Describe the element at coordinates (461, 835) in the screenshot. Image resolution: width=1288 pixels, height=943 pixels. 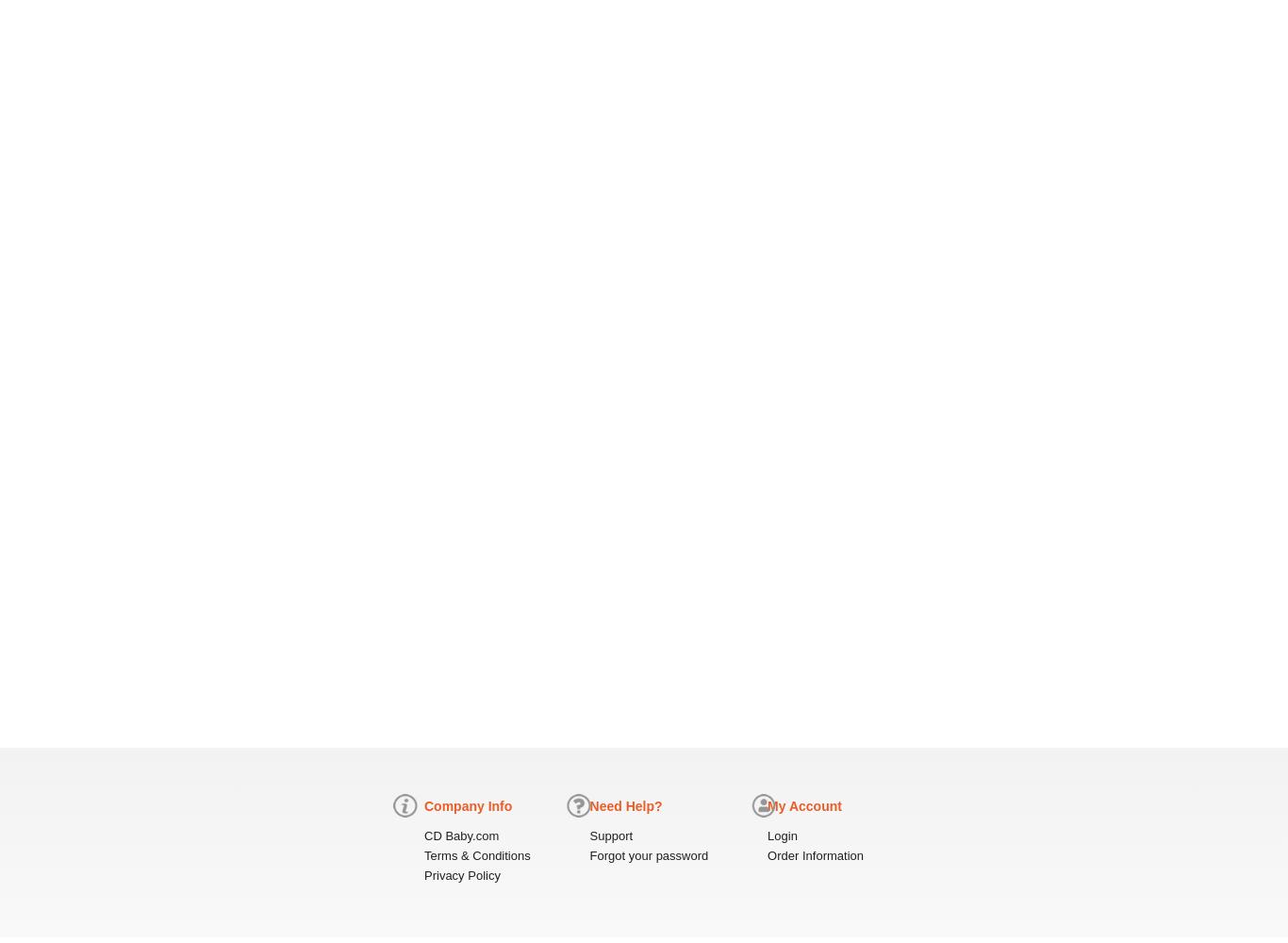
I see `'CD Baby.com'` at that location.